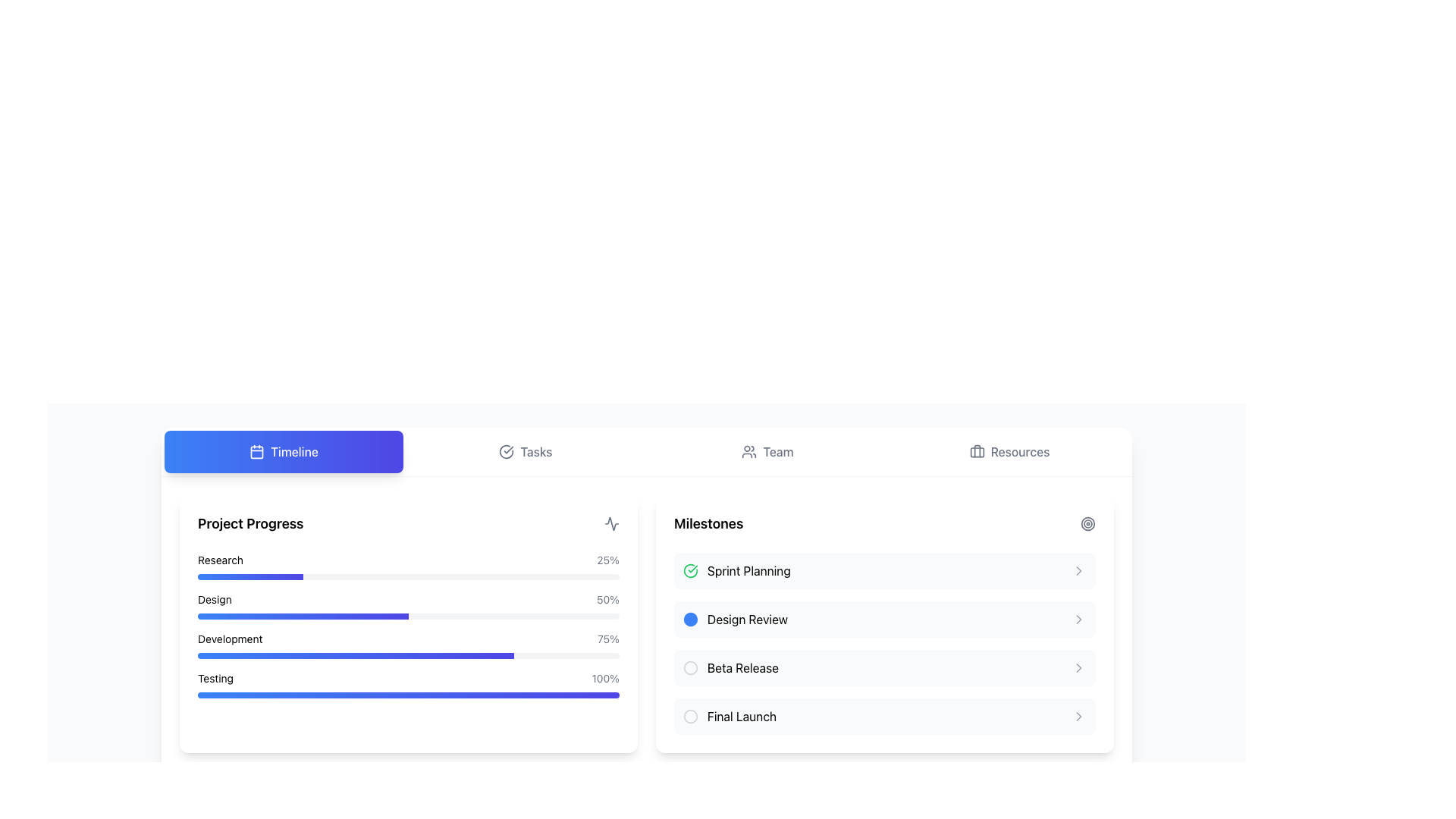 Image resolution: width=1456 pixels, height=819 pixels. Describe the element at coordinates (611, 522) in the screenshot. I see `the icon in the 'Project Progress' section, located near the top-right corner and adjacent to the progress bar graph` at that location.